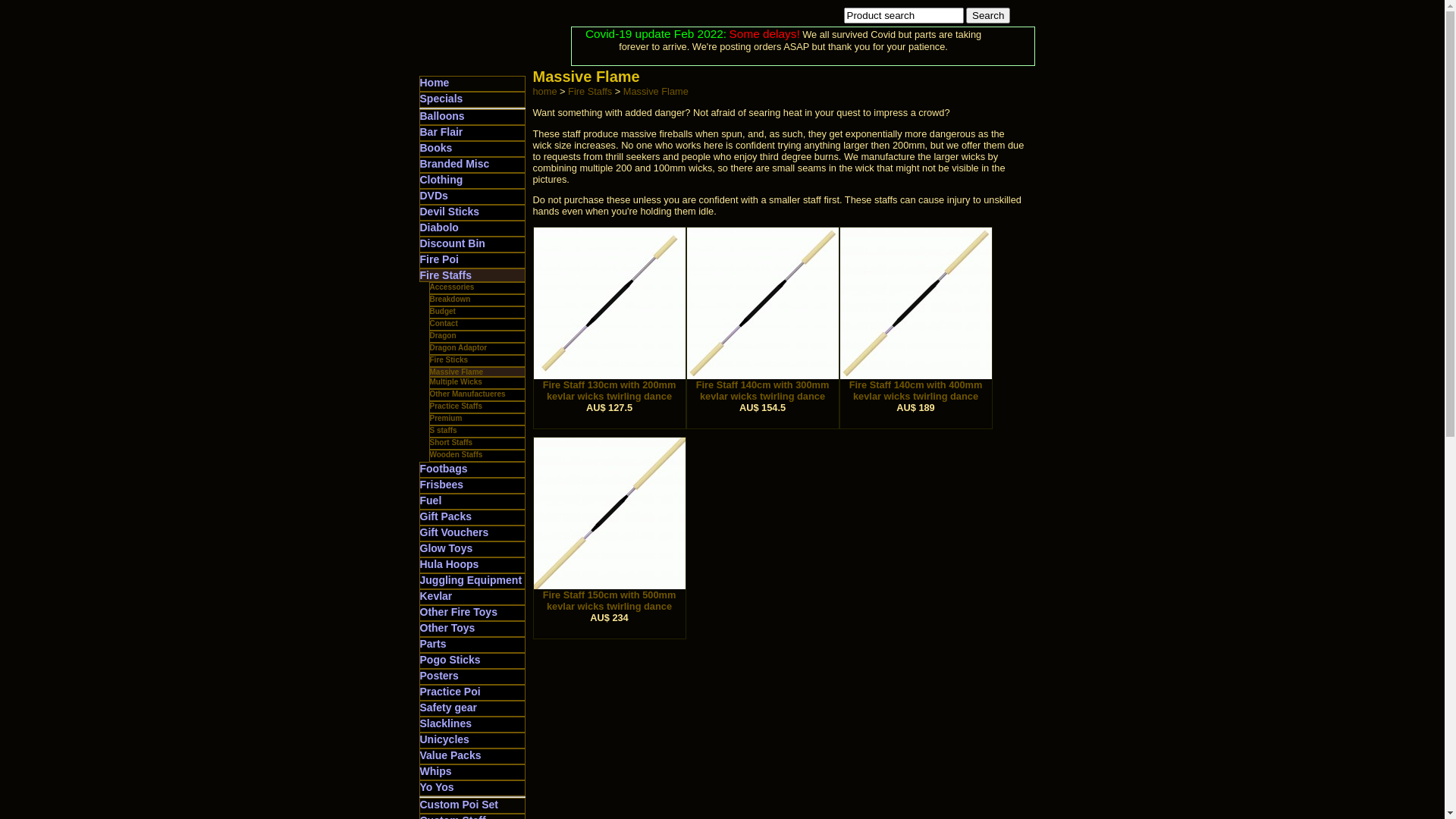  What do you see at coordinates (444, 739) in the screenshot?
I see `'Unicycles'` at bounding box center [444, 739].